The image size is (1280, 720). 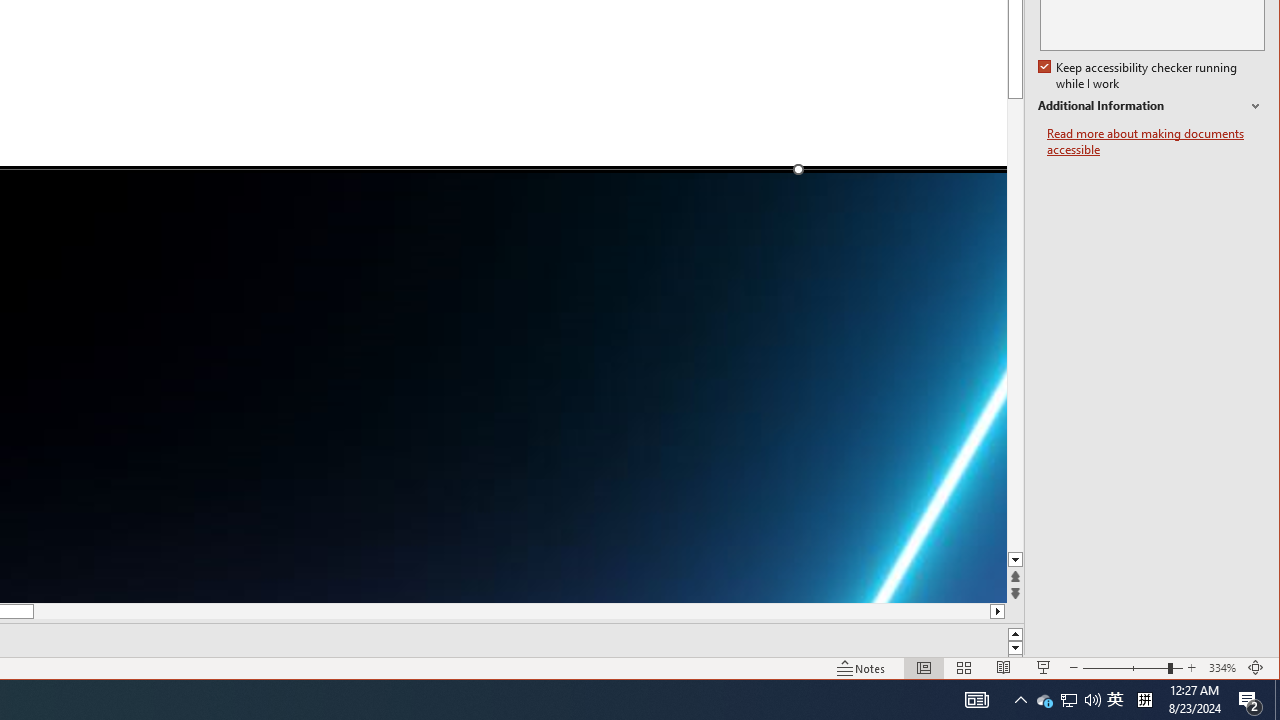 What do you see at coordinates (1191, 668) in the screenshot?
I see `'Zoom In'` at bounding box center [1191, 668].